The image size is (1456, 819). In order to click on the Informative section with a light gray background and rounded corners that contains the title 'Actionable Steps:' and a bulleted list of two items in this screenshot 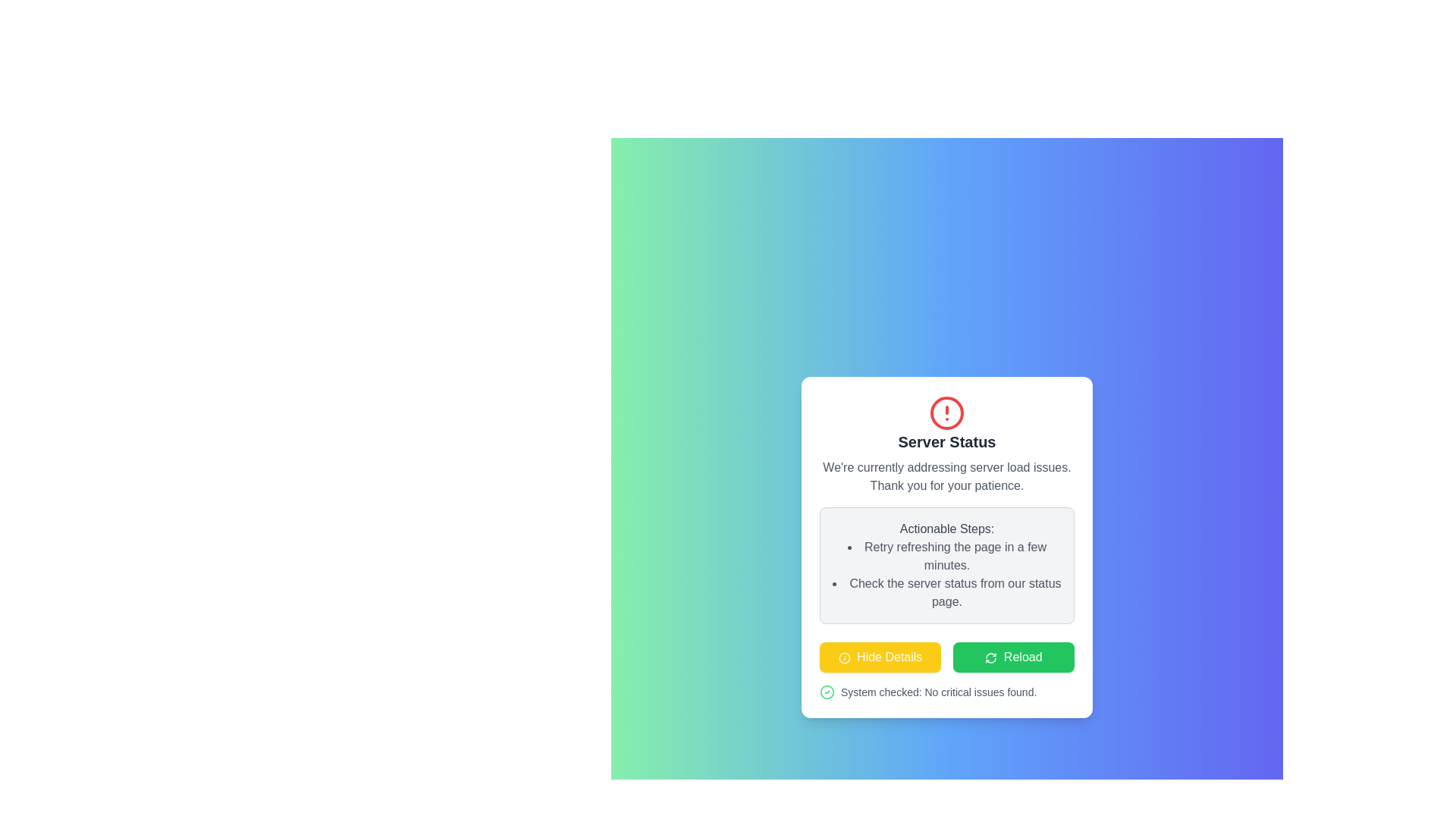, I will do `click(946, 565)`.